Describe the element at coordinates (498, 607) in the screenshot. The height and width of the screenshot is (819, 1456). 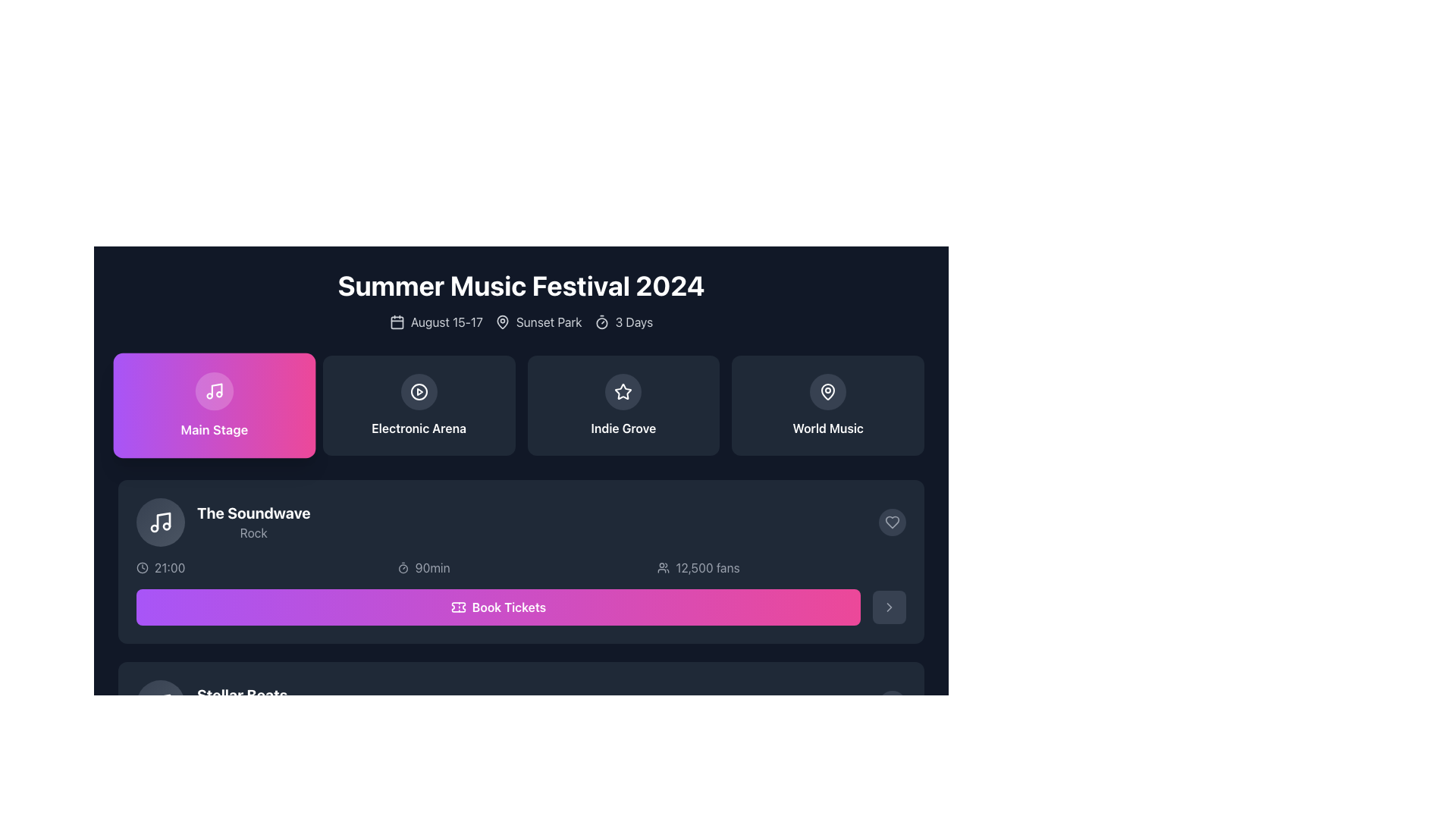
I see `the wide button with a gradient background transitioning between purple and pink that contains the white text 'Book Tickets' to book tickets` at that location.